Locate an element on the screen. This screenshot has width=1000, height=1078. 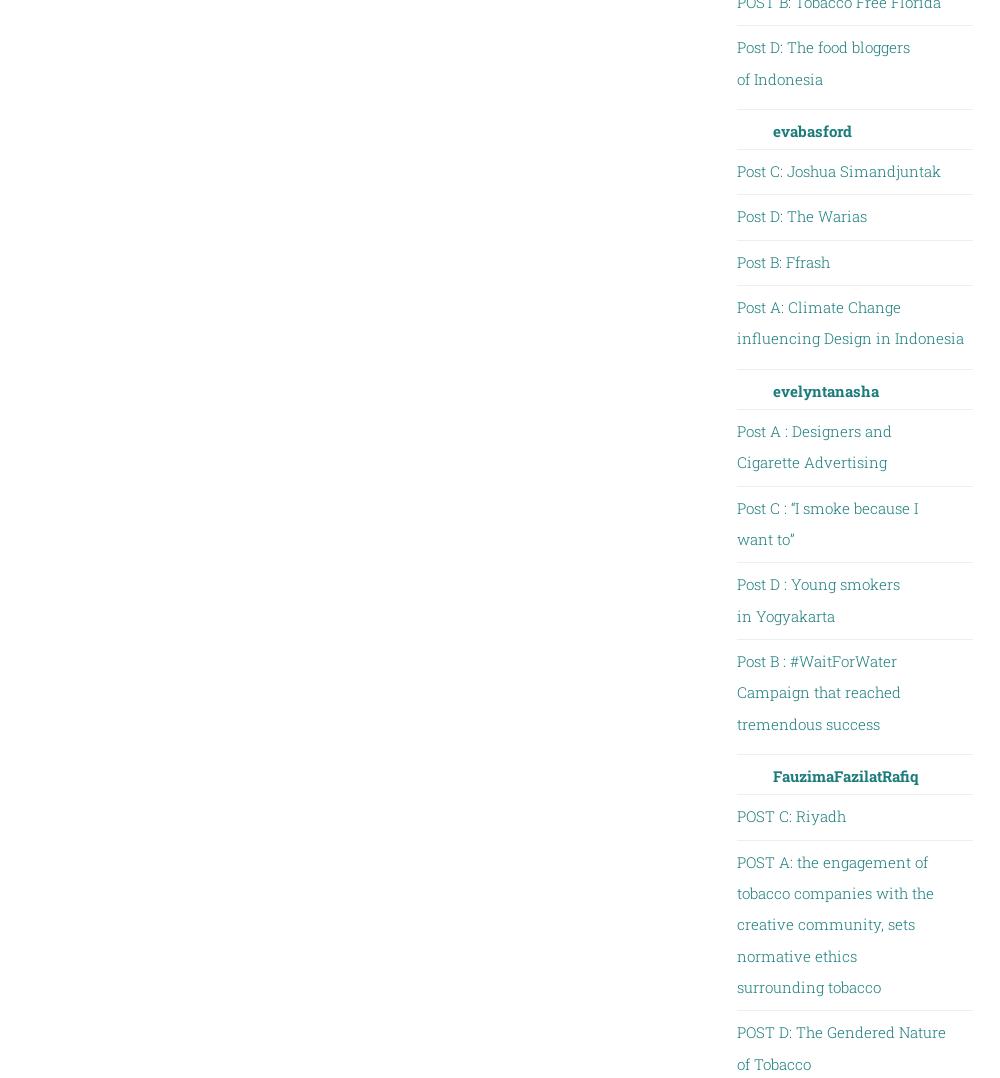
'Post C: Joshua Simandjuntak' is located at coordinates (837, 169).